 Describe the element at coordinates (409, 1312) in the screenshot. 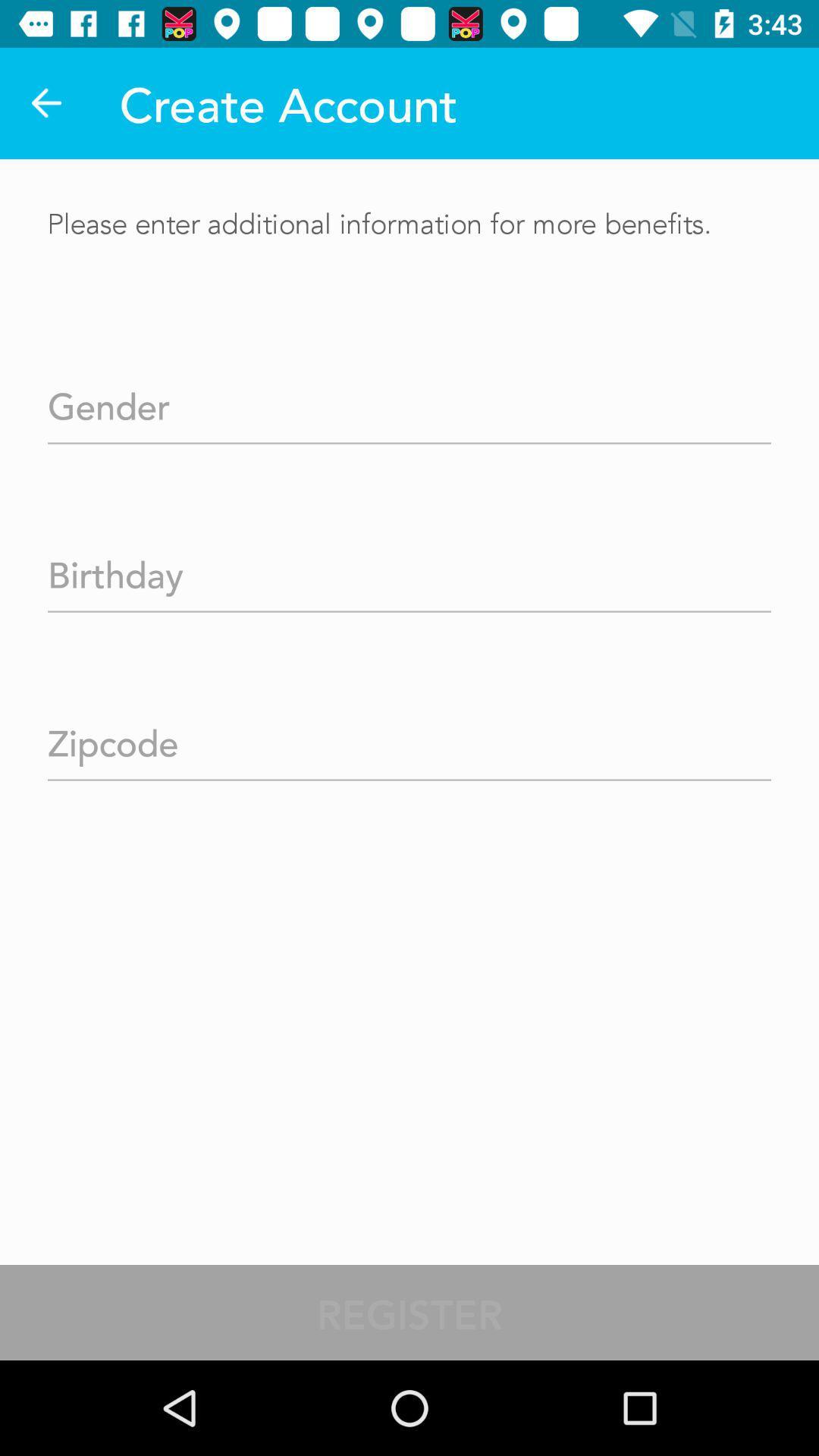

I see `the register` at that location.